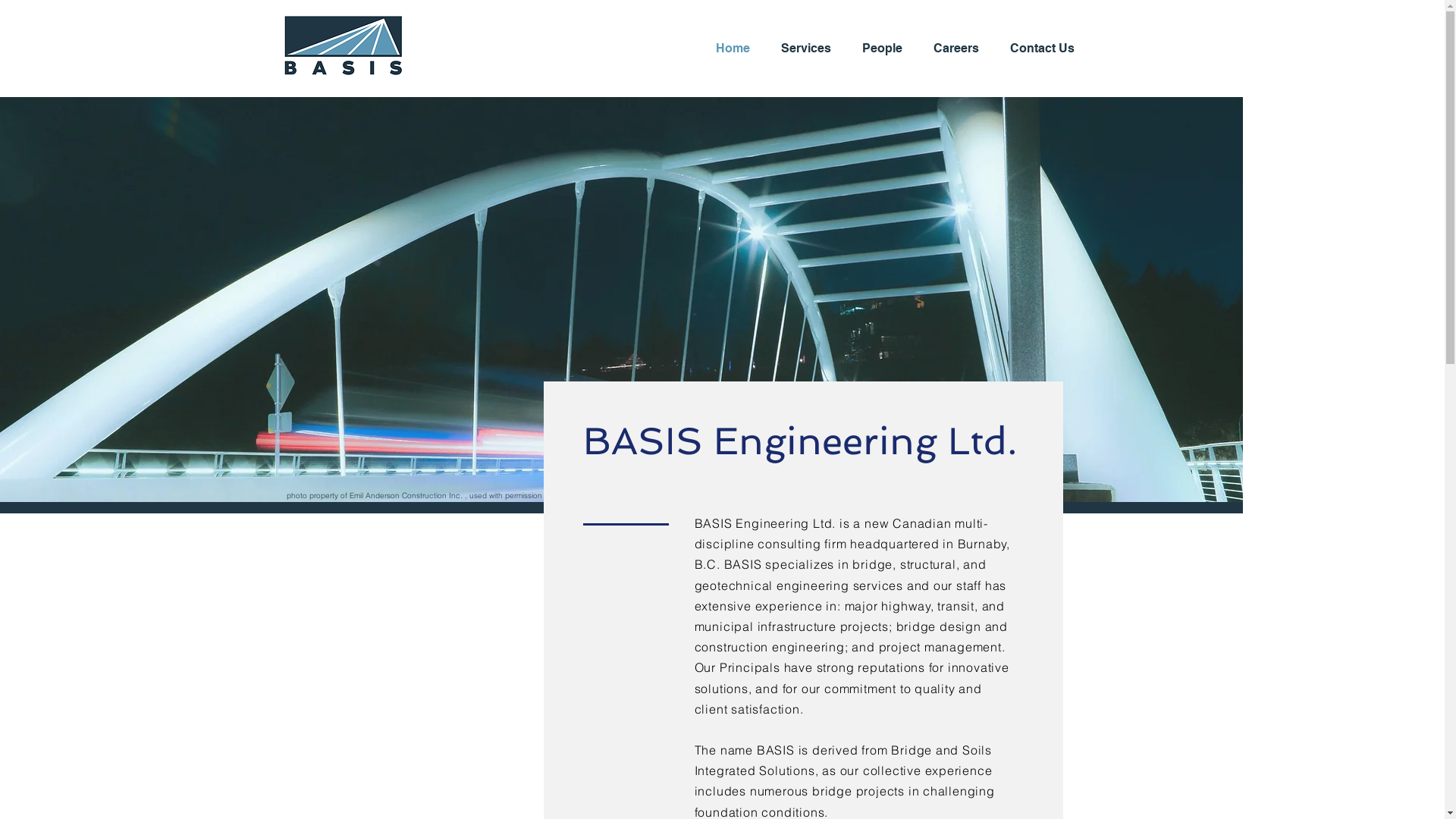 This screenshot has width=1456, height=819. I want to click on 'Home', so click(736, 48).